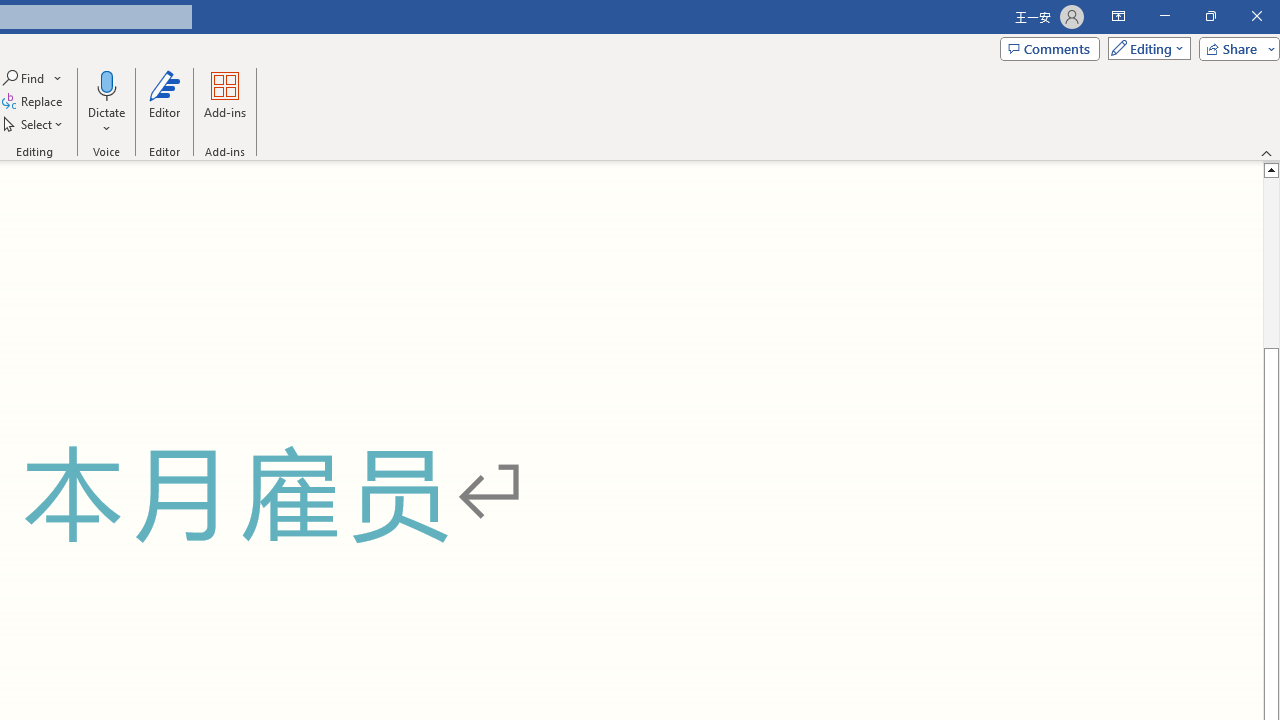  Describe the element at coordinates (1255, 16) in the screenshot. I see `'Close'` at that location.